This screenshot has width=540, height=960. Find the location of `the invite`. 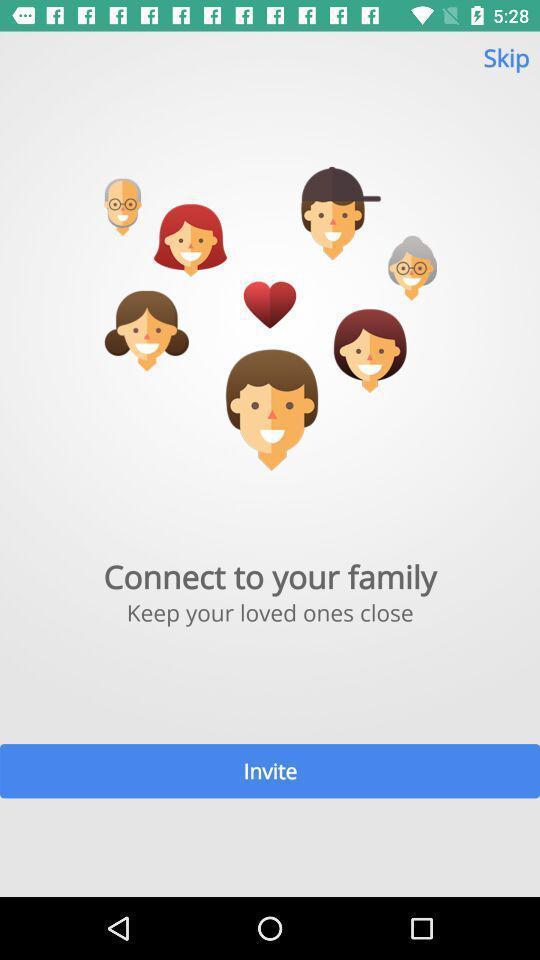

the invite is located at coordinates (270, 770).